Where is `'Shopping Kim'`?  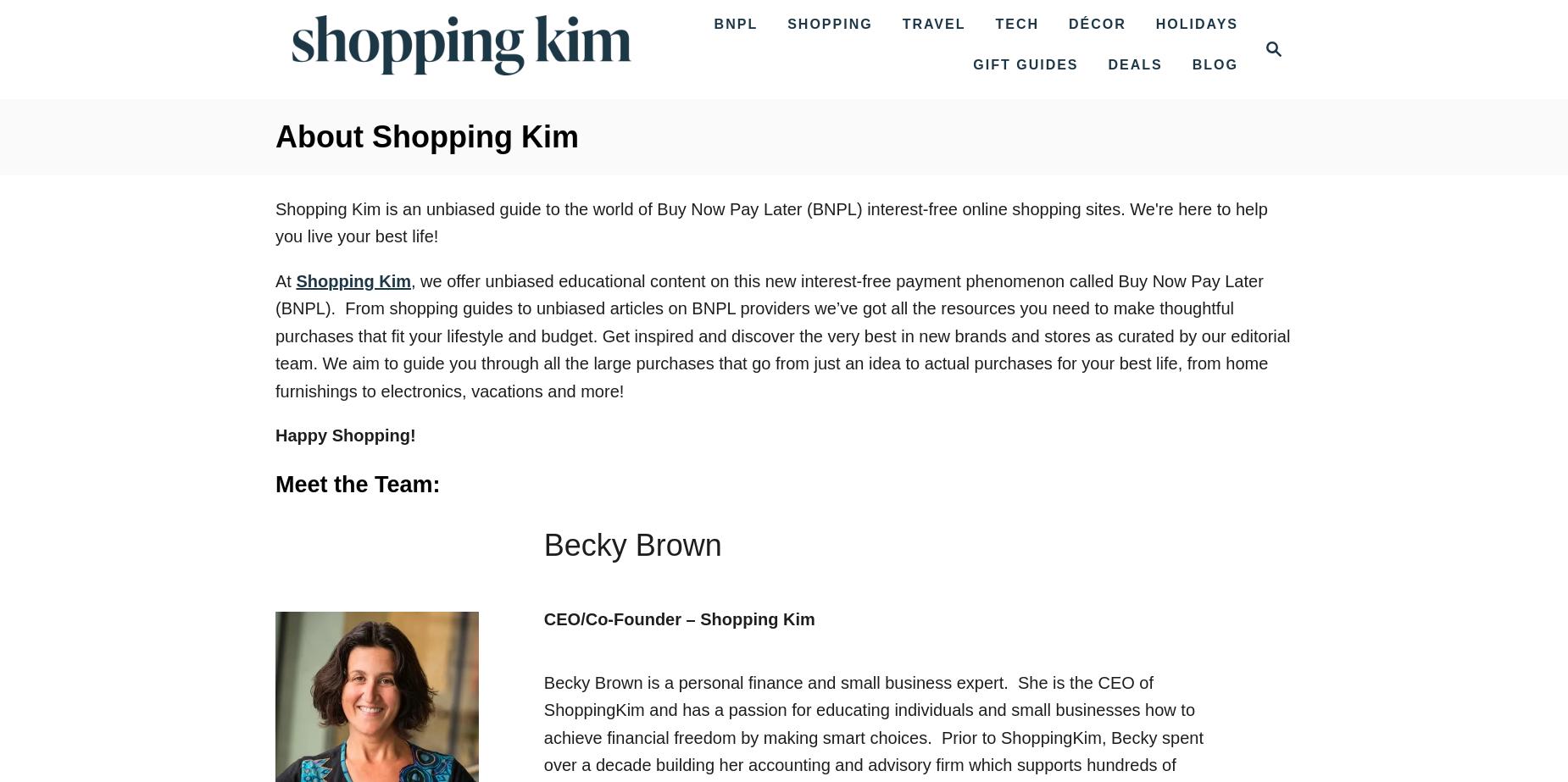
'Shopping Kim' is located at coordinates (352, 280).